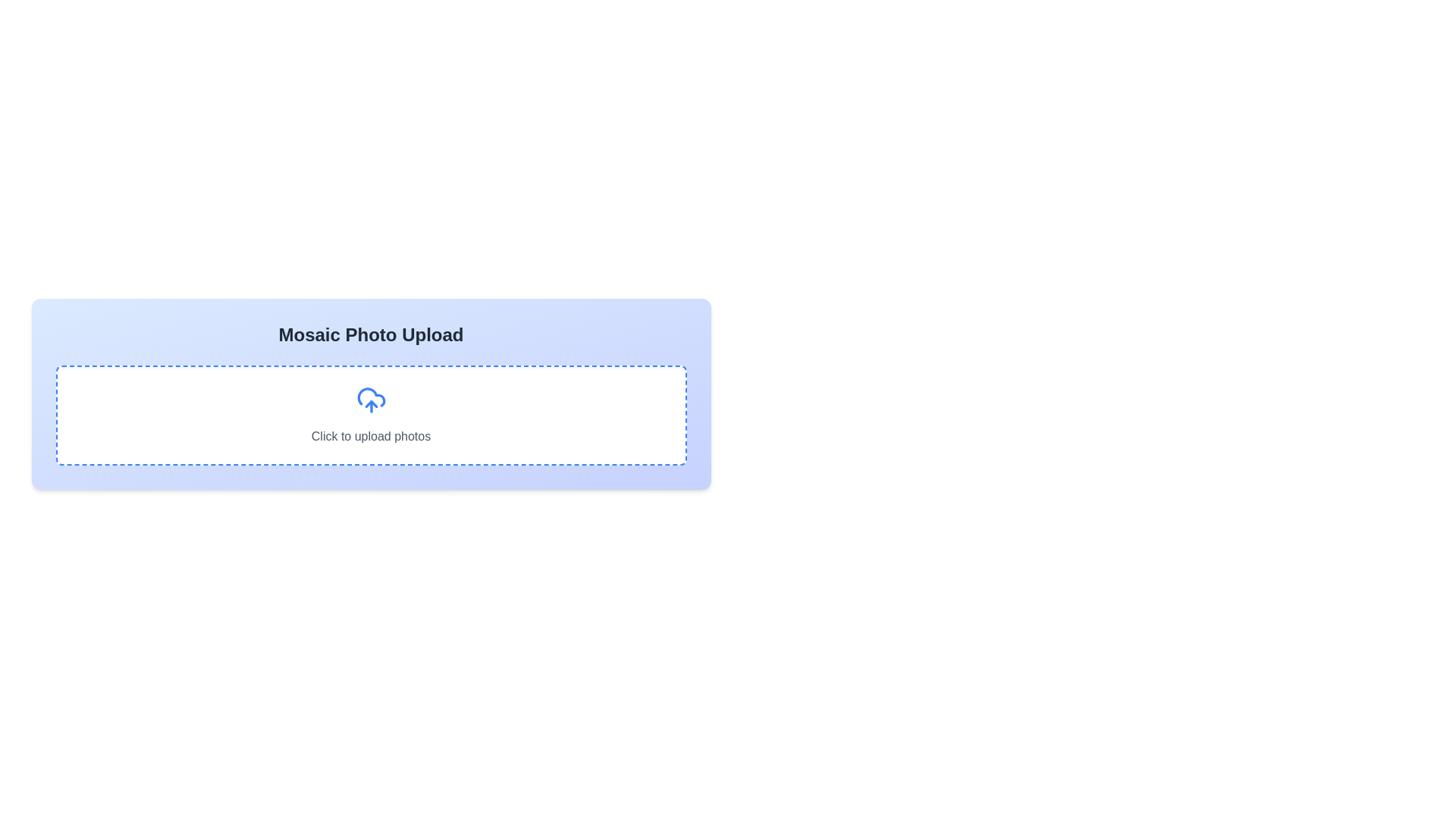  What do you see at coordinates (371, 415) in the screenshot?
I see `the clickable text label that prompts users to initiate a photo upload process` at bounding box center [371, 415].